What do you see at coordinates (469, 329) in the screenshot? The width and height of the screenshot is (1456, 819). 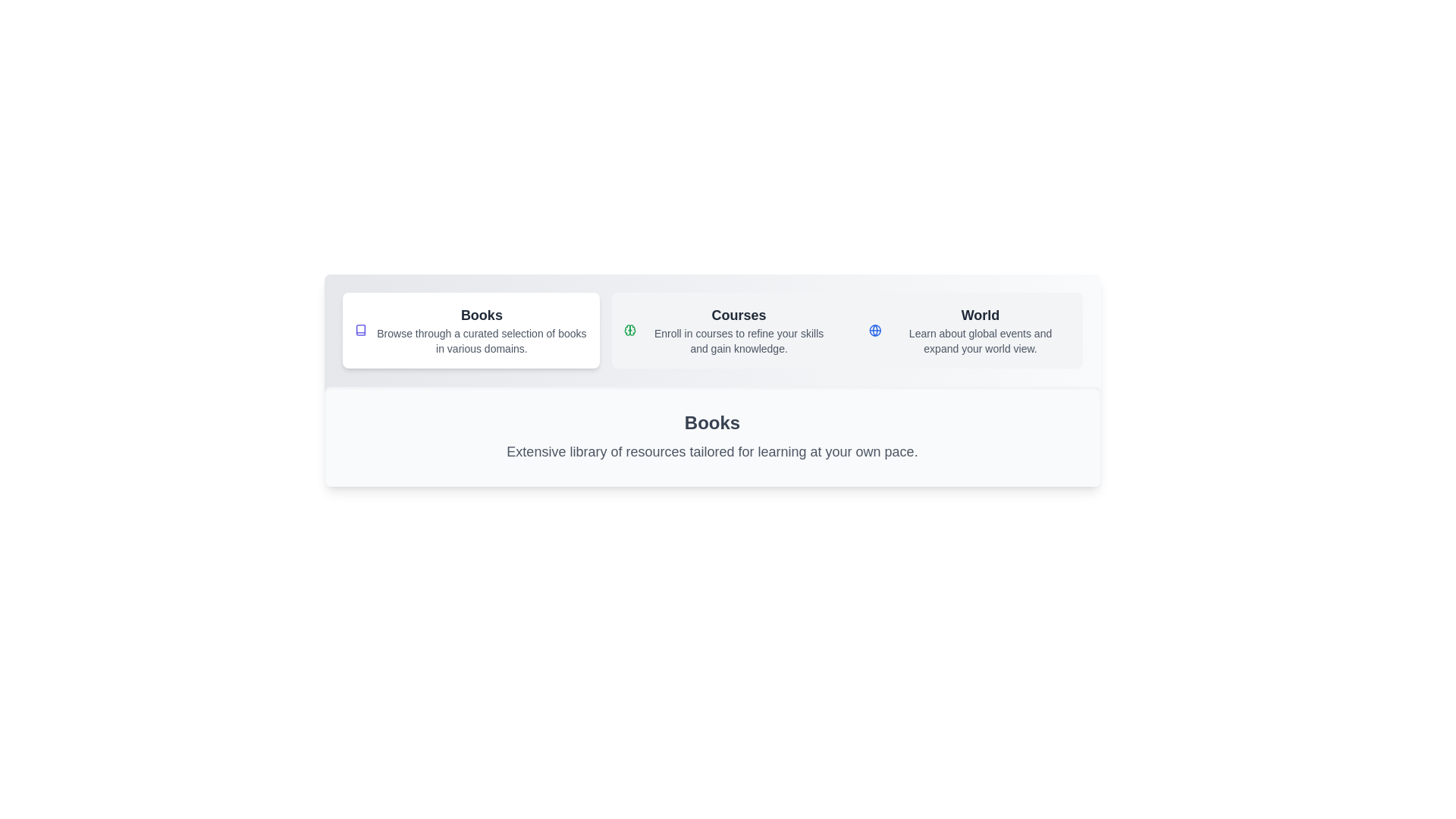 I see `the Books tab by clicking on its button` at bounding box center [469, 329].